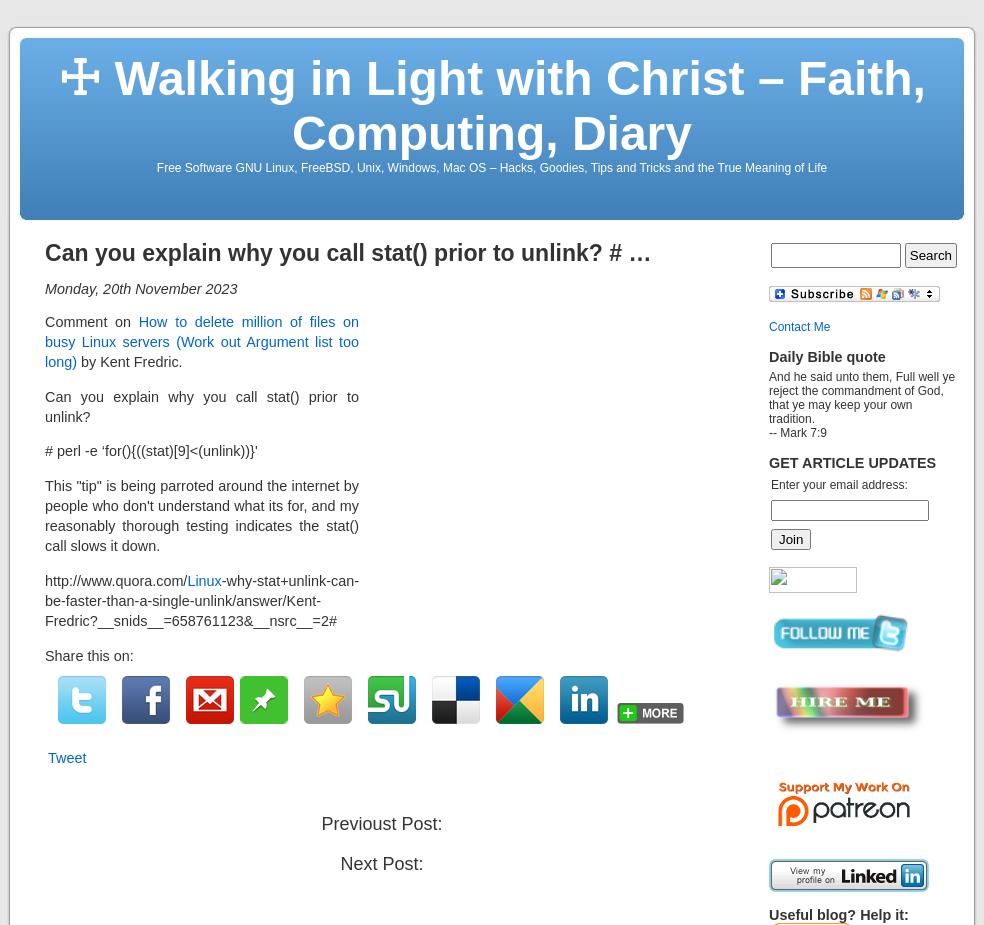 The width and height of the screenshot is (984, 925). Describe the element at coordinates (825, 355) in the screenshot. I see `'Daily Bible quote'` at that location.